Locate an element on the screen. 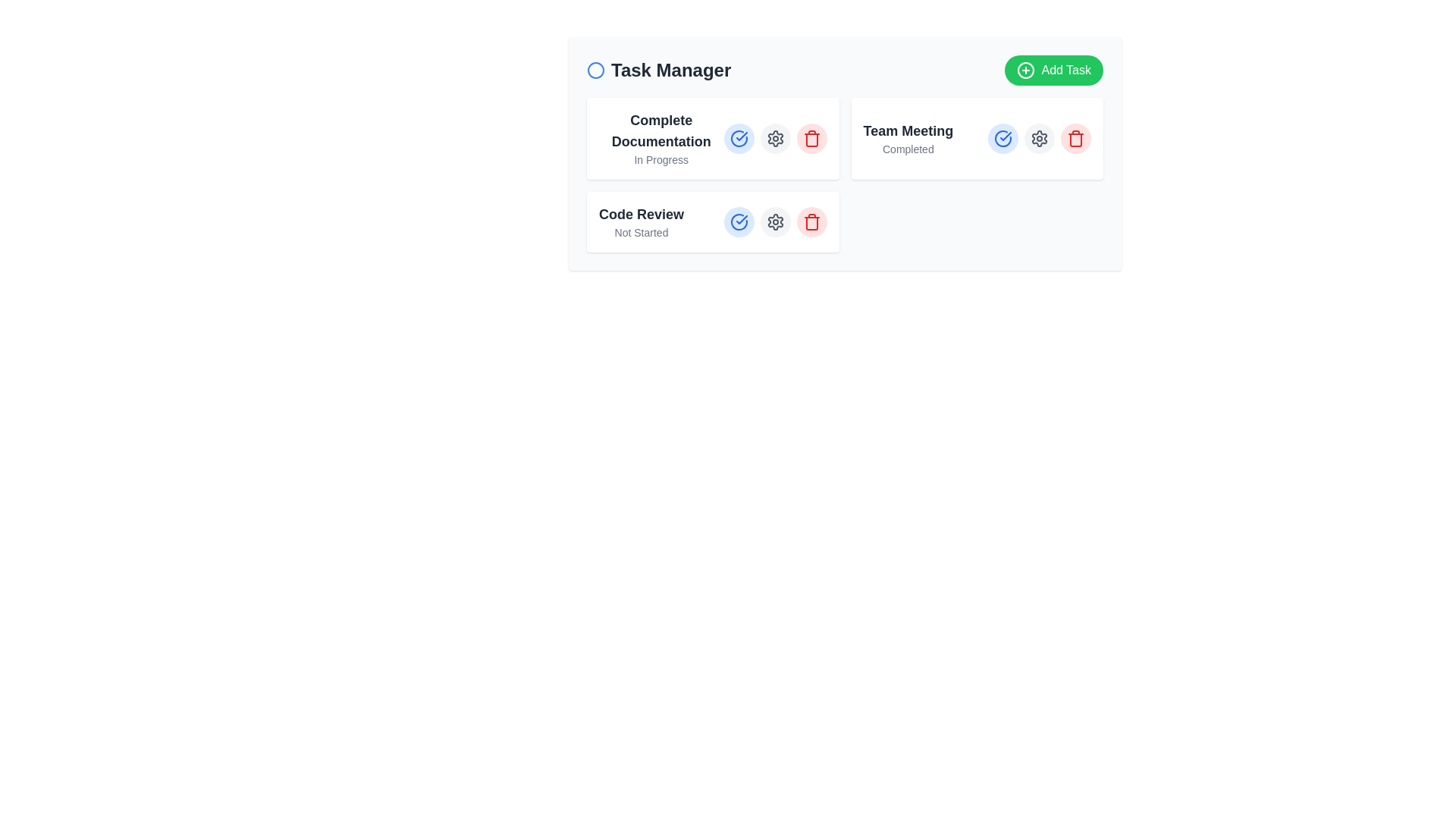 The height and width of the screenshot is (819, 1456). the decorative Icon component located at the top left of the Task Manager header is located at coordinates (595, 70).